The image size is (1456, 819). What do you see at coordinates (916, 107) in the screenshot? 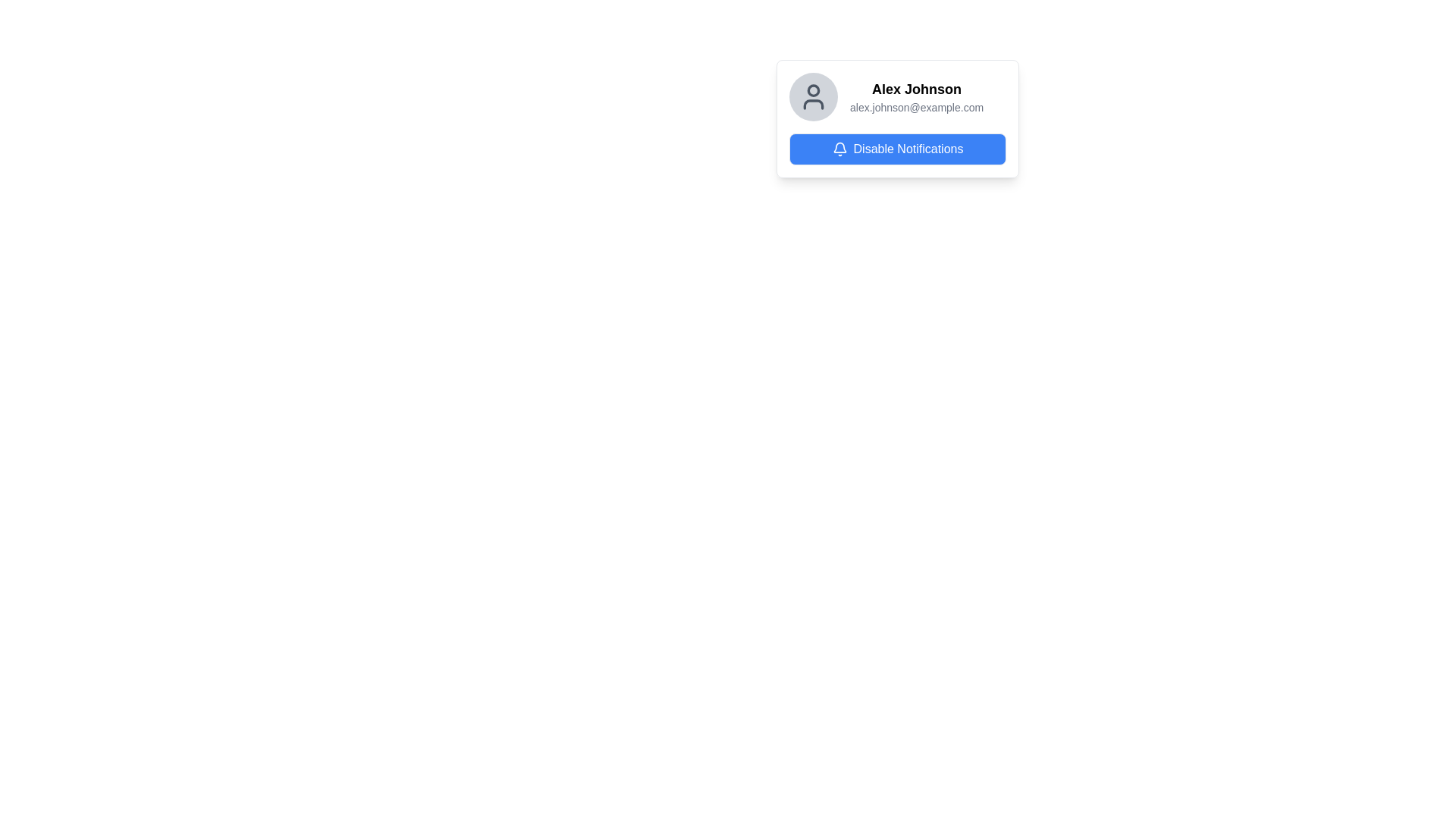
I see `the text element displaying the user's email address, located below the 'Alex Johnson' text in the user profile card` at bounding box center [916, 107].